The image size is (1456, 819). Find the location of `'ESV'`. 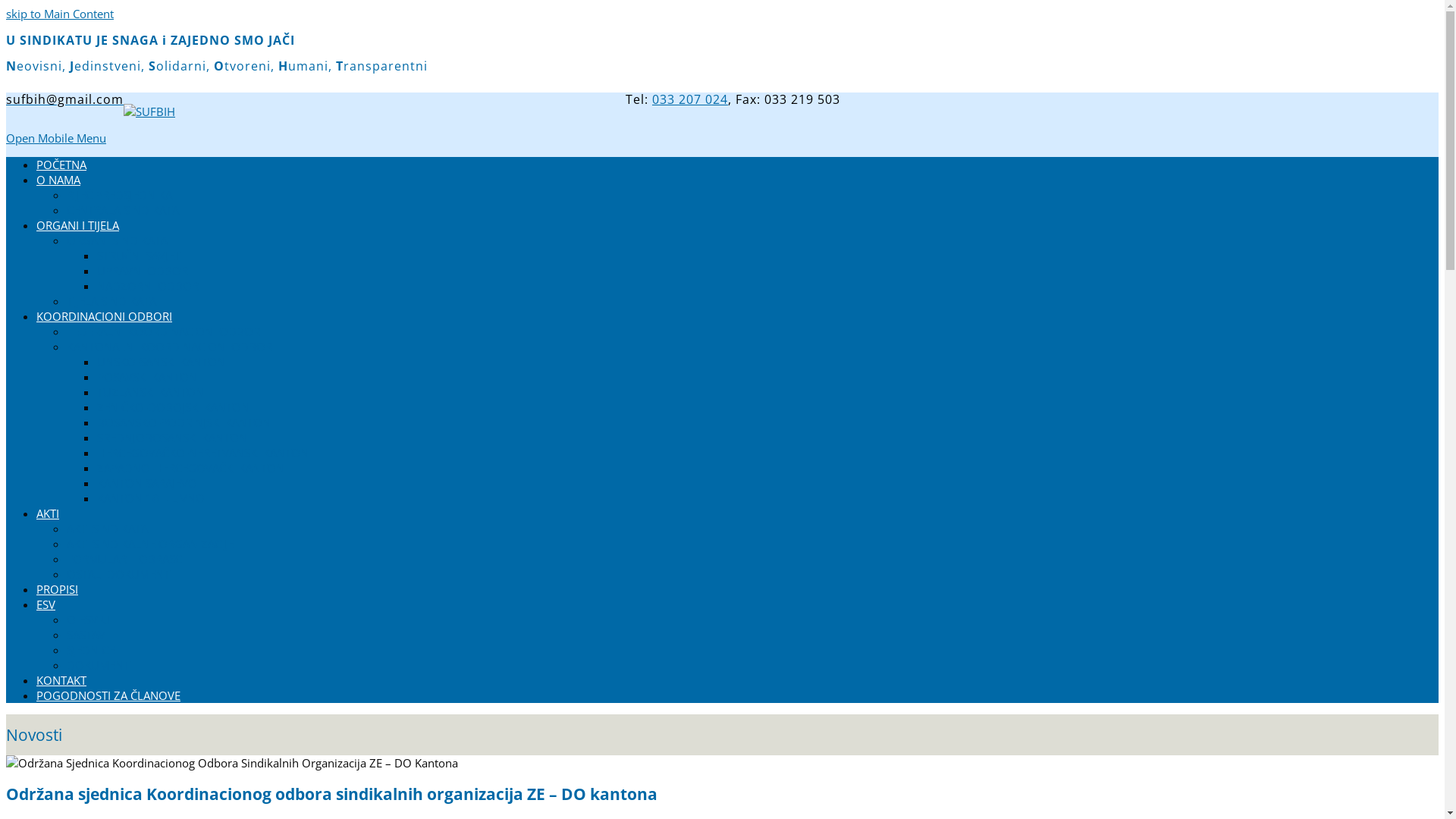

'ESV' is located at coordinates (45, 604).